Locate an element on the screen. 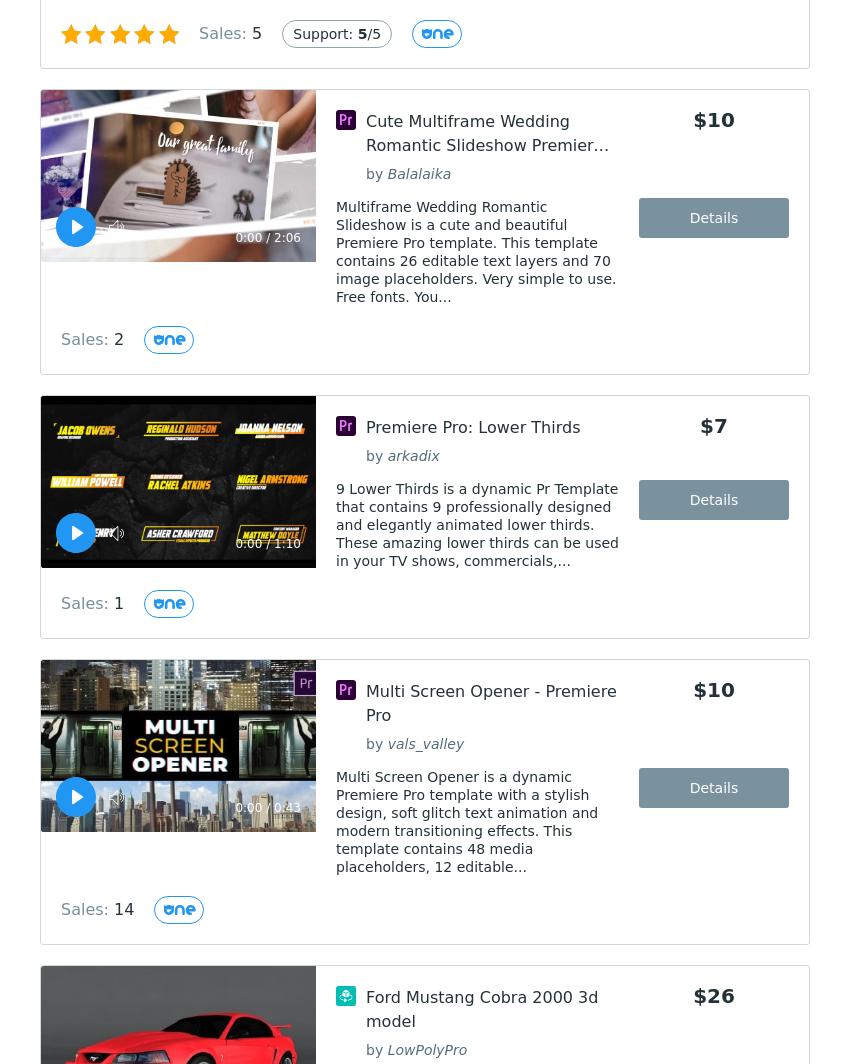  'Cute Multiframe Wedding Romantic Slideshow Premiere Pro Template' is located at coordinates (484, 145).